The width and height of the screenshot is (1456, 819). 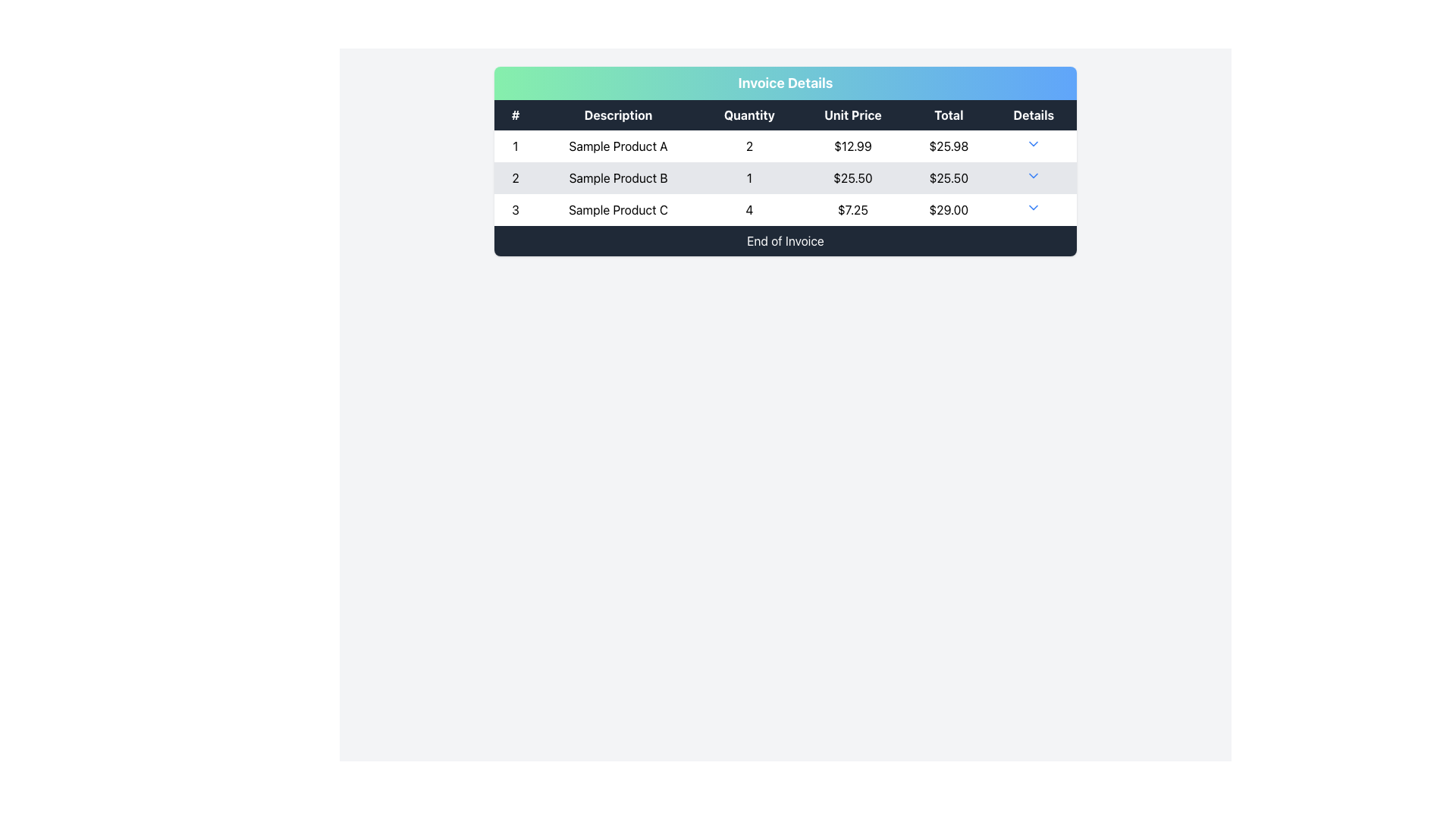 What do you see at coordinates (618, 210) in the screenshot?
I see `the table cell containing the text 'Sample Product C' in the 'Description' column of the third row` at bounding box center [618, 210].